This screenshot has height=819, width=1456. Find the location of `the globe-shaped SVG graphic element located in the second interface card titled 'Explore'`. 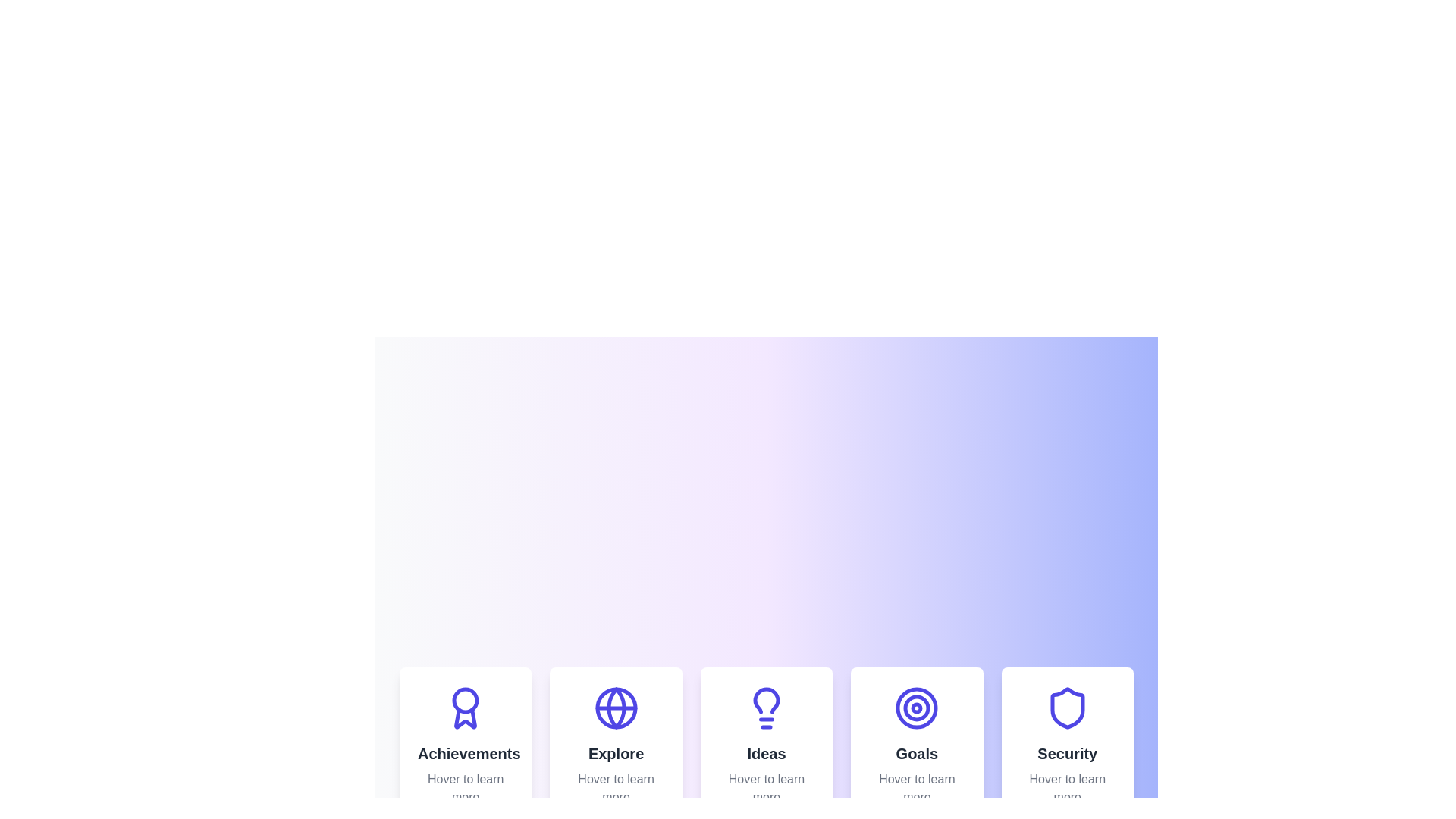

the globe-shaped SVG graphic element located in the second interface card titled 'Explore' is located at coordinates (616, 708).